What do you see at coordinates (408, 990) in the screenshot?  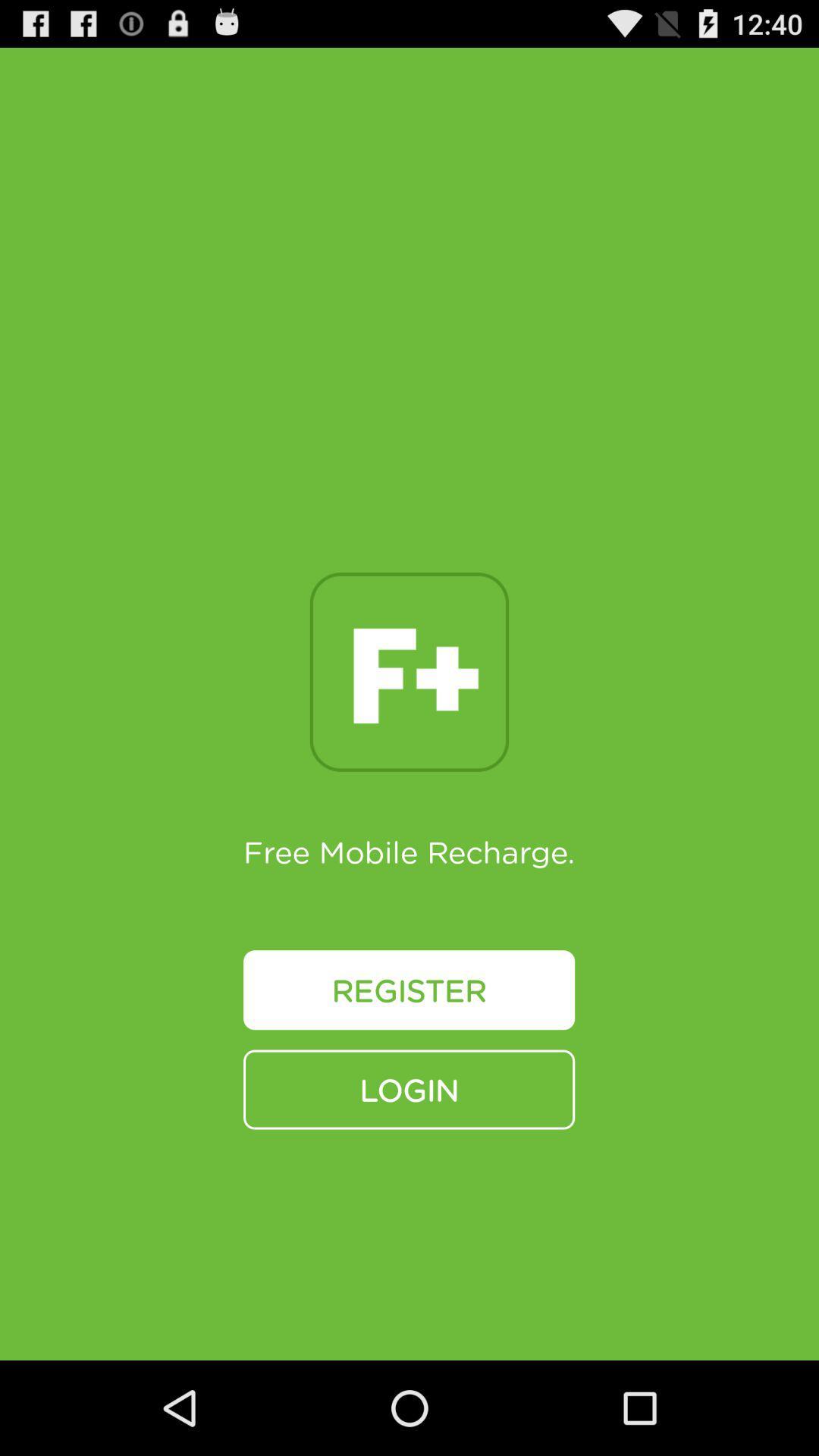 I see `the icon below free mobile recharge. icon` at bounding box center [408, 990].